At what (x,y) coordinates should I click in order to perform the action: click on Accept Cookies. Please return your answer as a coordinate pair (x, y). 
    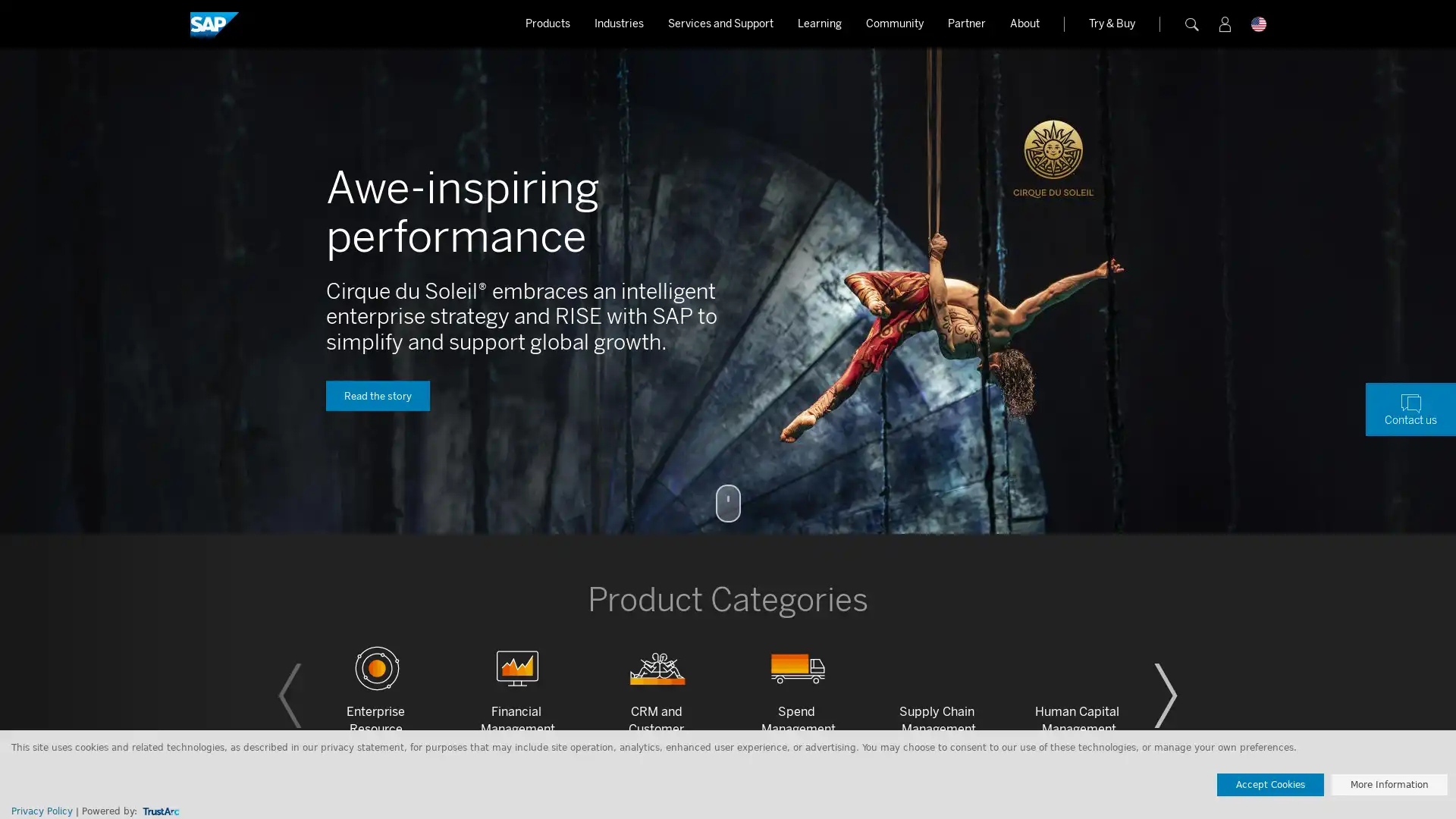
    Looking at the image, I should click on (1270, 784).